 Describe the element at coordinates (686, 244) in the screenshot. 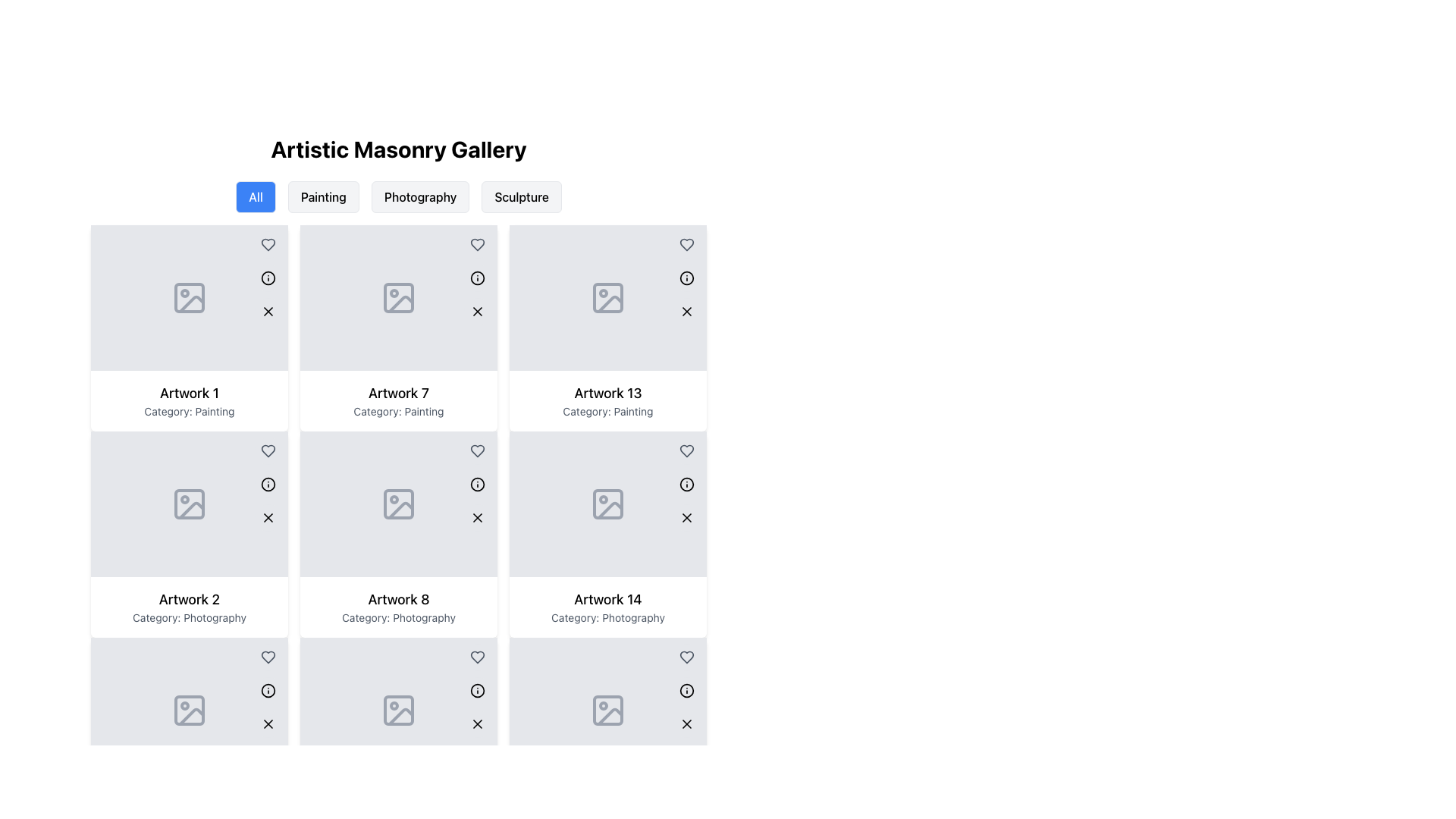

I see `the favorite or like button located at the top-right corner of the tile labeled 'Artwork 13, Category: Painting'` at that location.